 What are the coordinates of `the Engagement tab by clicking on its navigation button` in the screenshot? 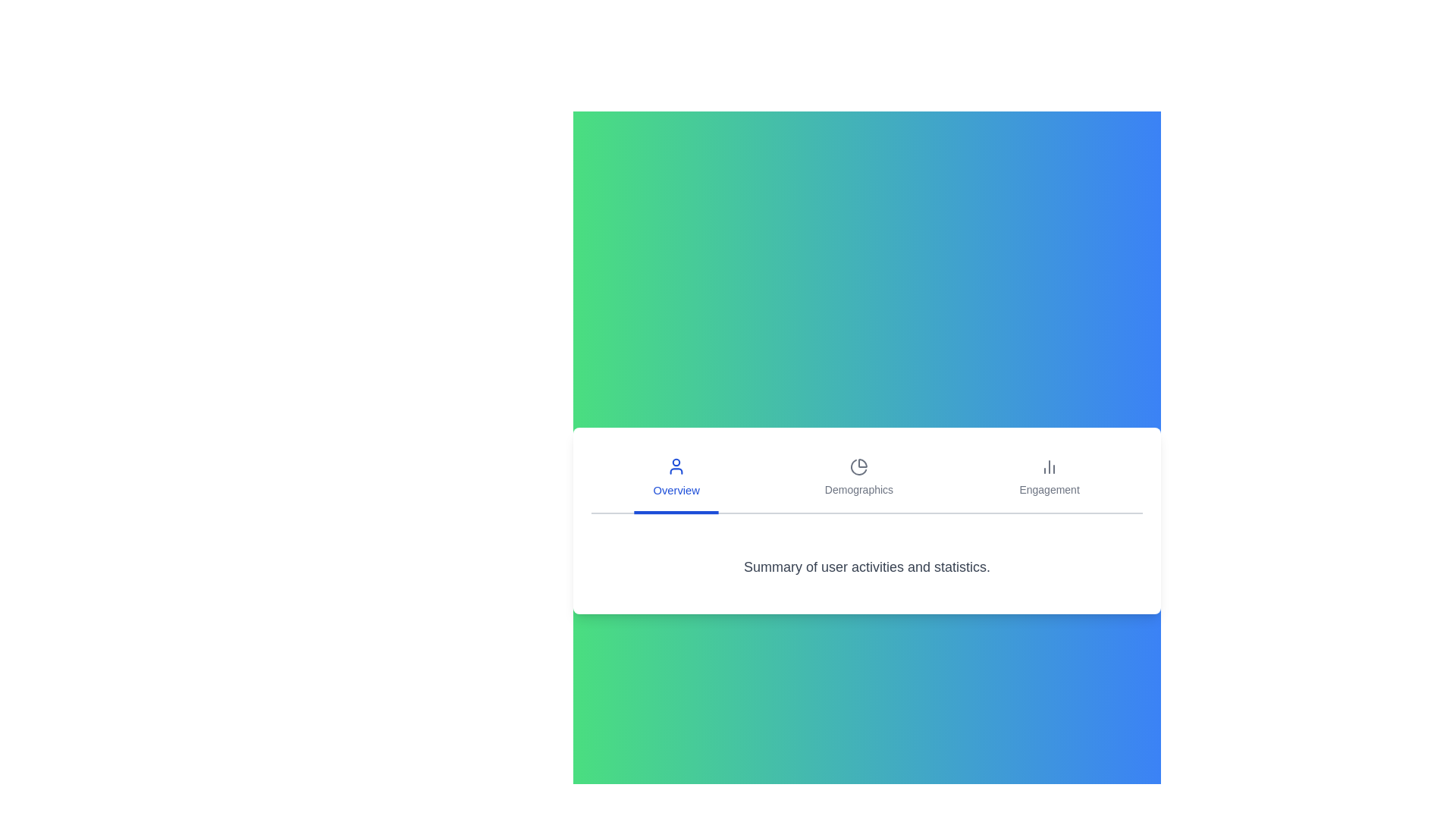 It's located at (1049, 479).